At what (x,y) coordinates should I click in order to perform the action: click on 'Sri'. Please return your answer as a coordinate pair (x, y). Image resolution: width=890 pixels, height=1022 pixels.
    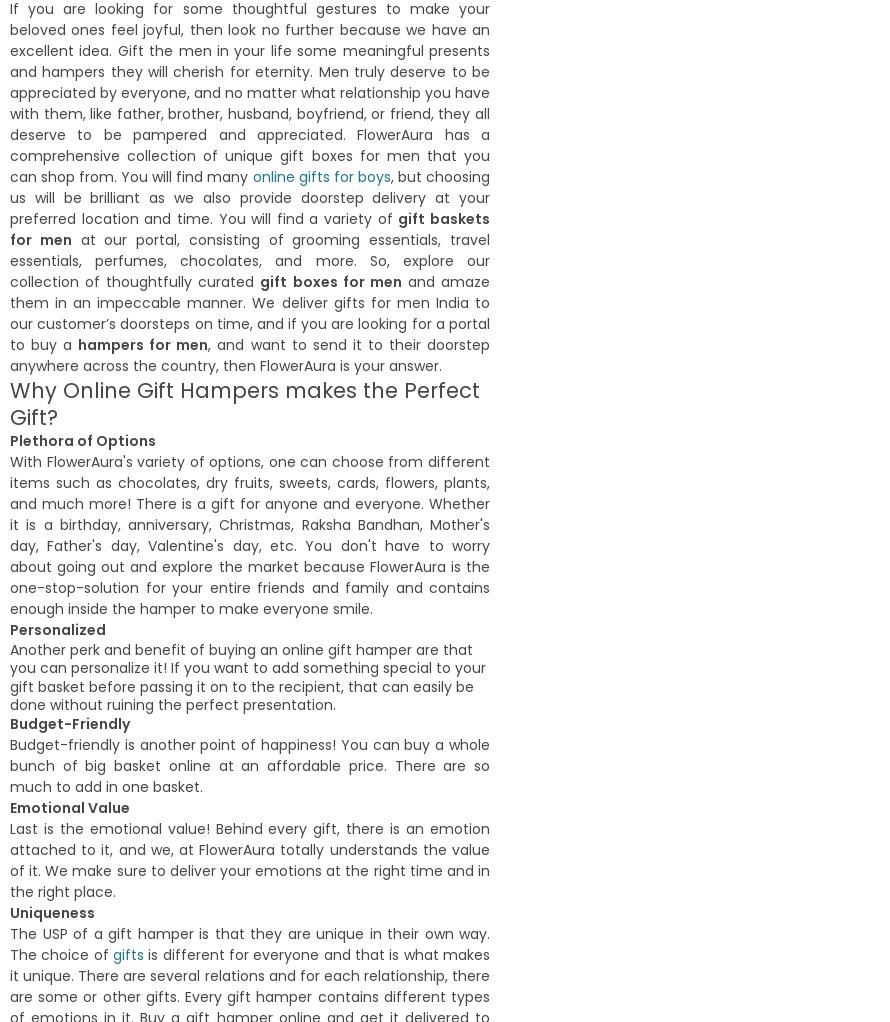
    Looking at the image, I should click on (275, 103).